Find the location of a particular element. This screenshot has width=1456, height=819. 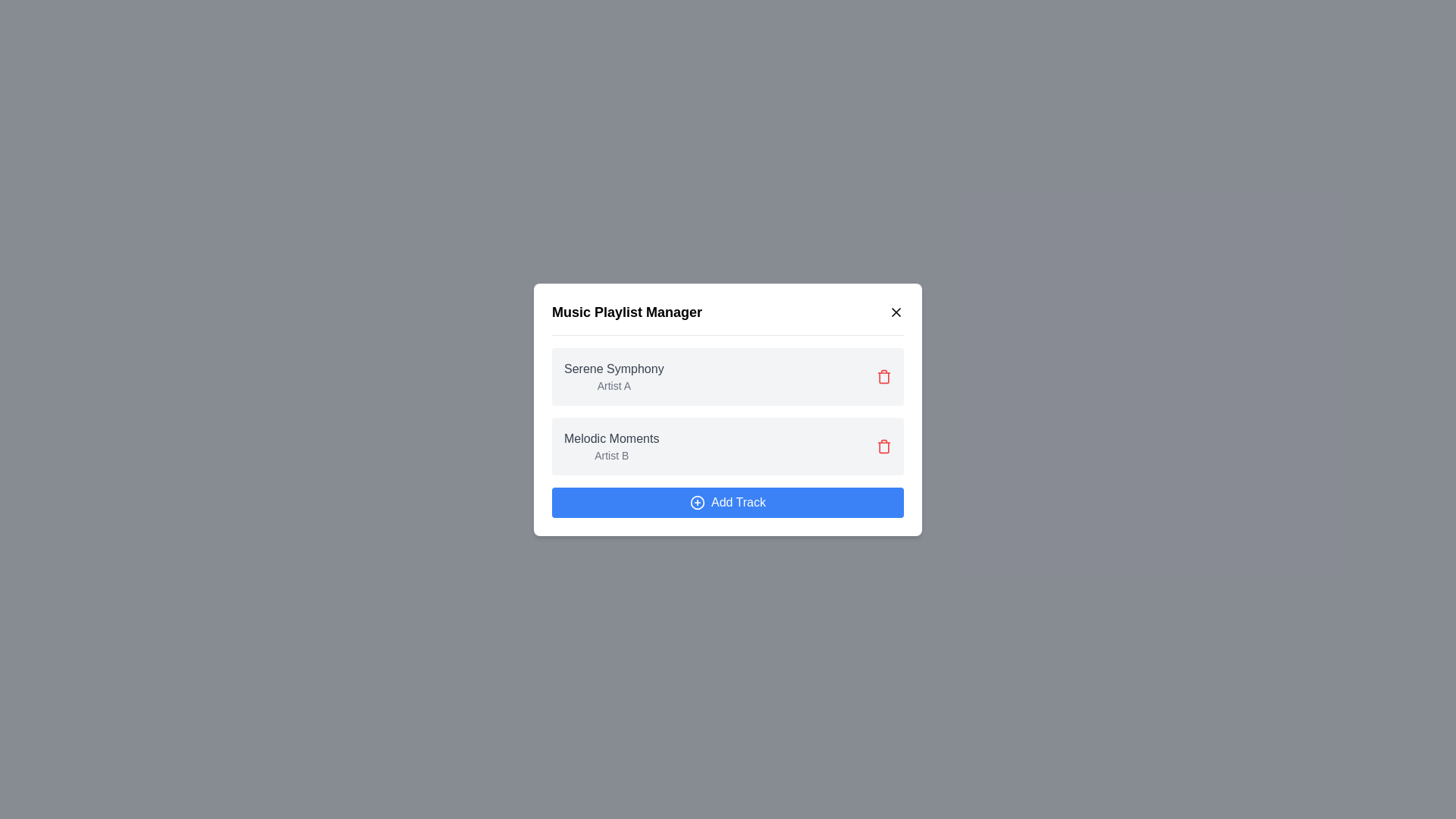

title label of the modal that indicates the context of managing a music playlist is located at coordinates (626, 311).